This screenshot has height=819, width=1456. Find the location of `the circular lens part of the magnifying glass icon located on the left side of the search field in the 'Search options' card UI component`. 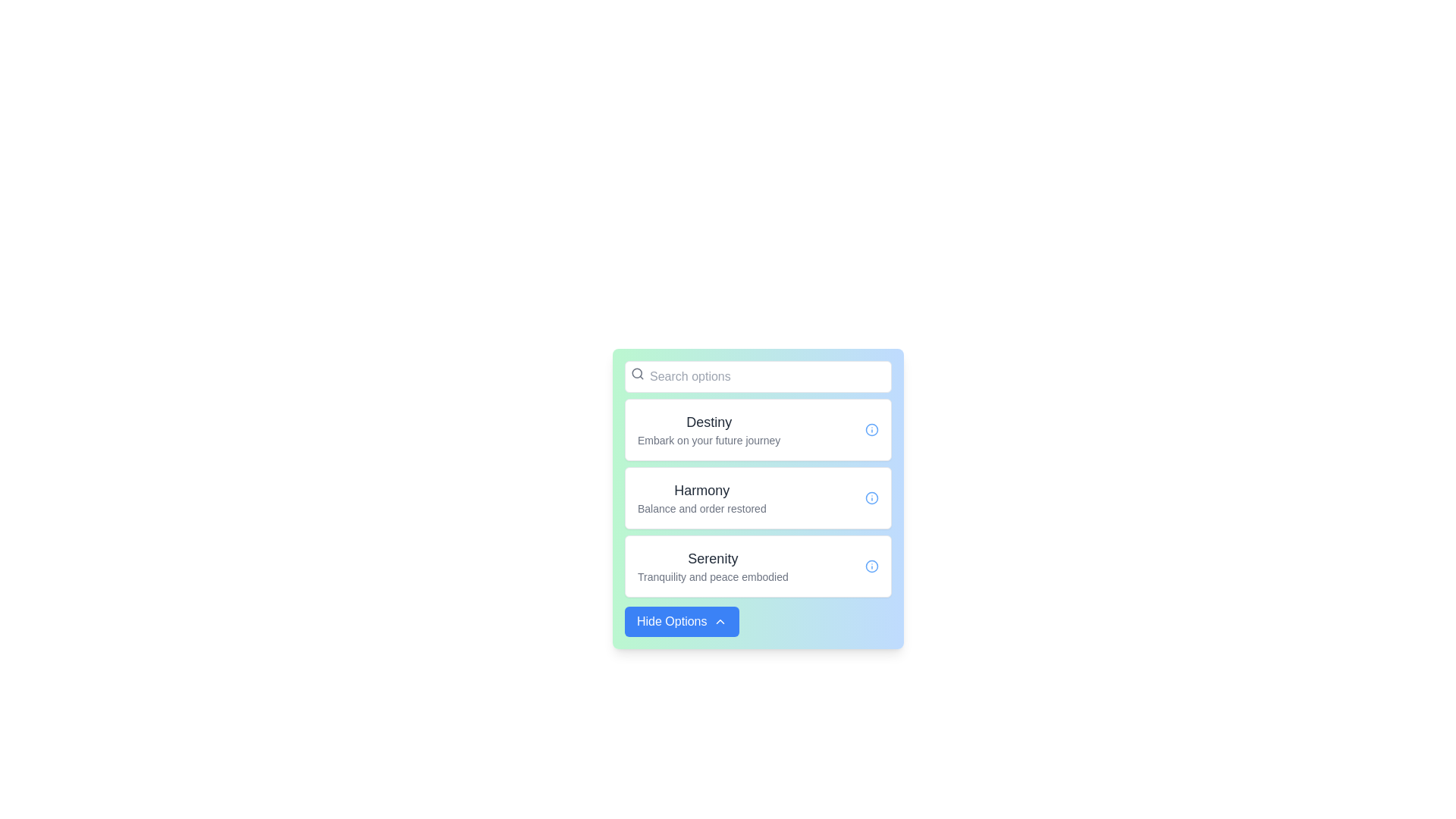

the circular lens part of the magnifying glass icon located on the left side of the search field in the 'Search options' card UI component is located at coordinates (637, 373).